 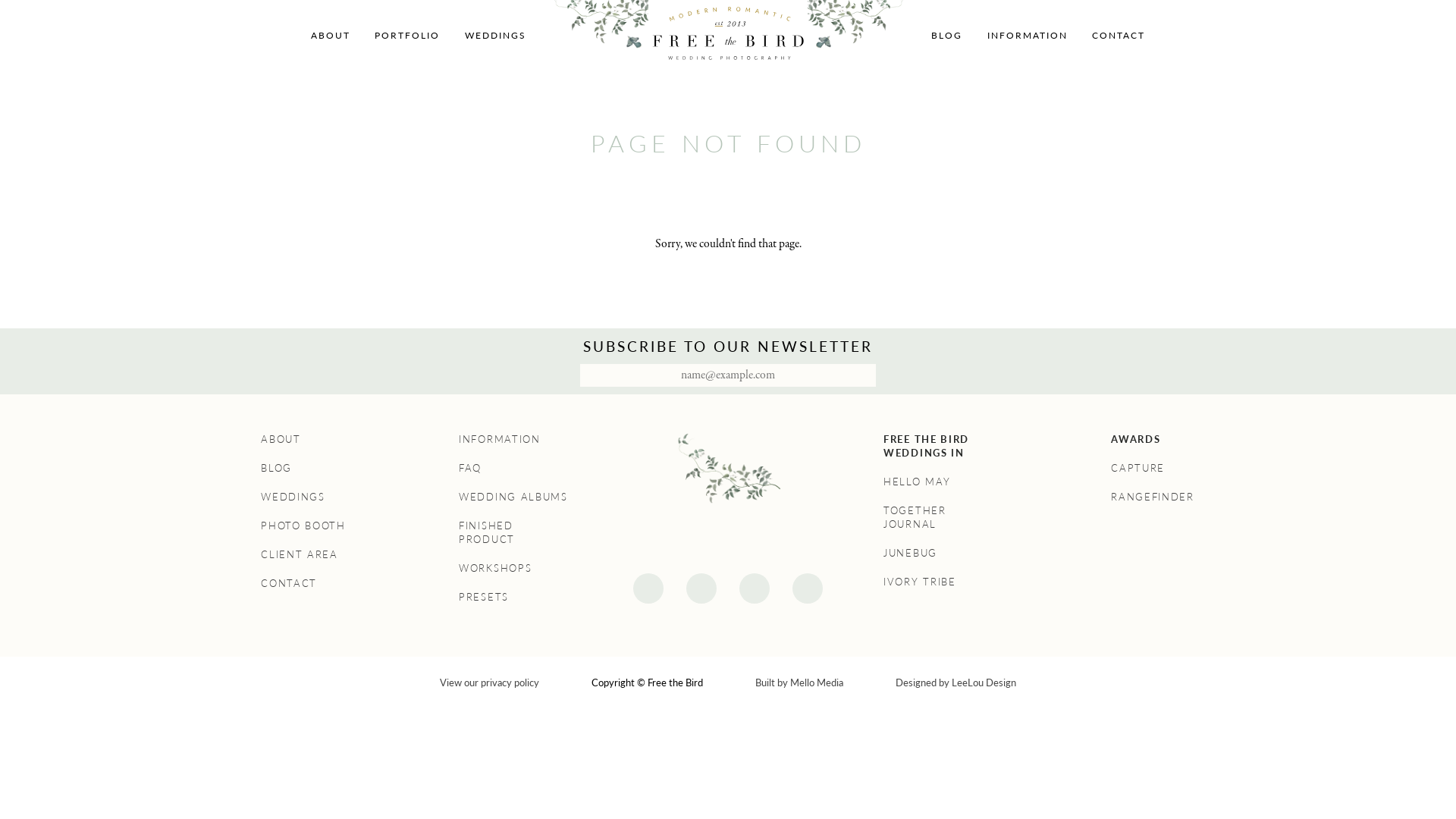 I want to click on 'CAPTURE', so click(x=1137, y=467).